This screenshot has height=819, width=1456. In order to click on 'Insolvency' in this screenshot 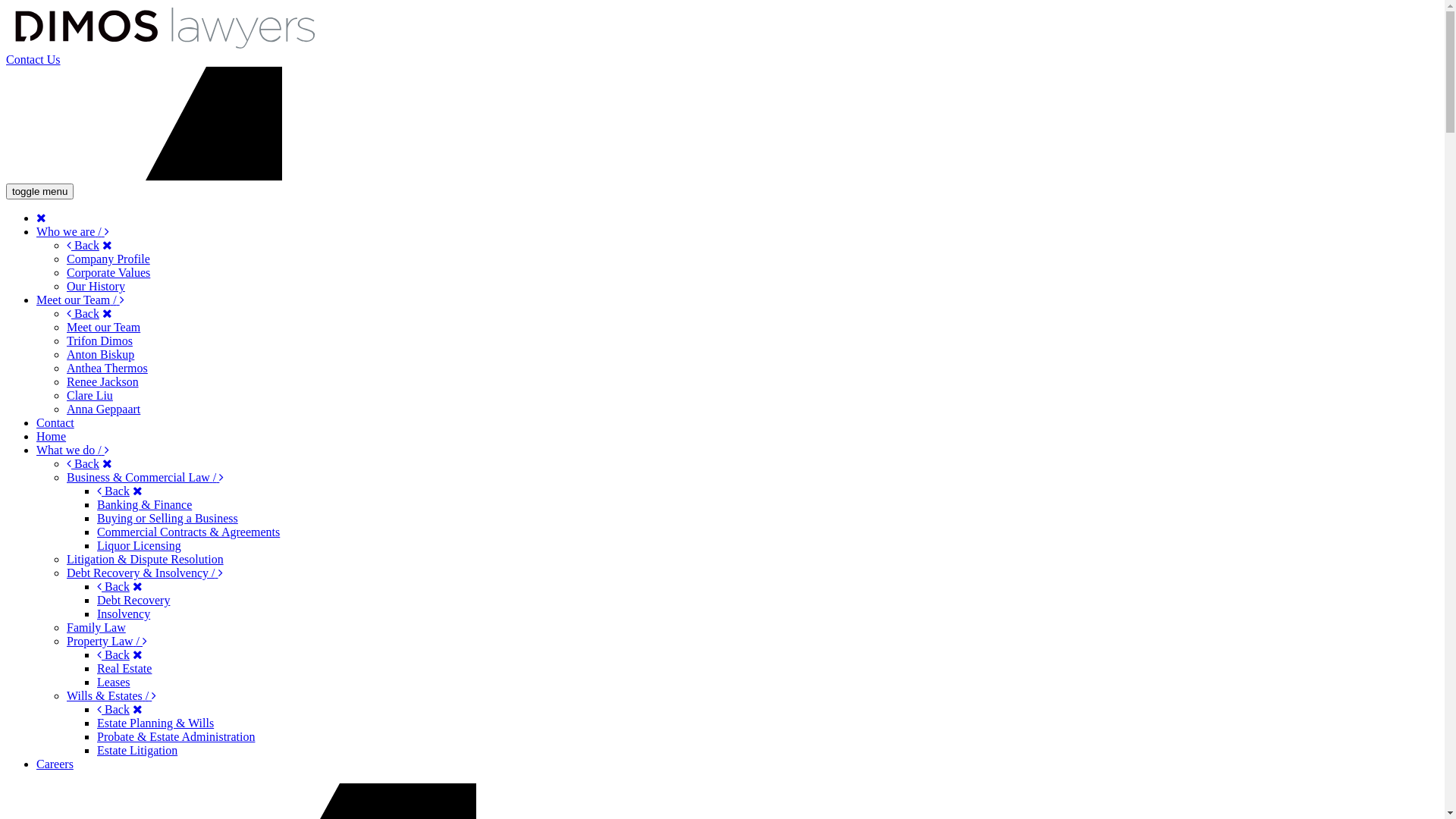, I will do `click(124, 613)`.